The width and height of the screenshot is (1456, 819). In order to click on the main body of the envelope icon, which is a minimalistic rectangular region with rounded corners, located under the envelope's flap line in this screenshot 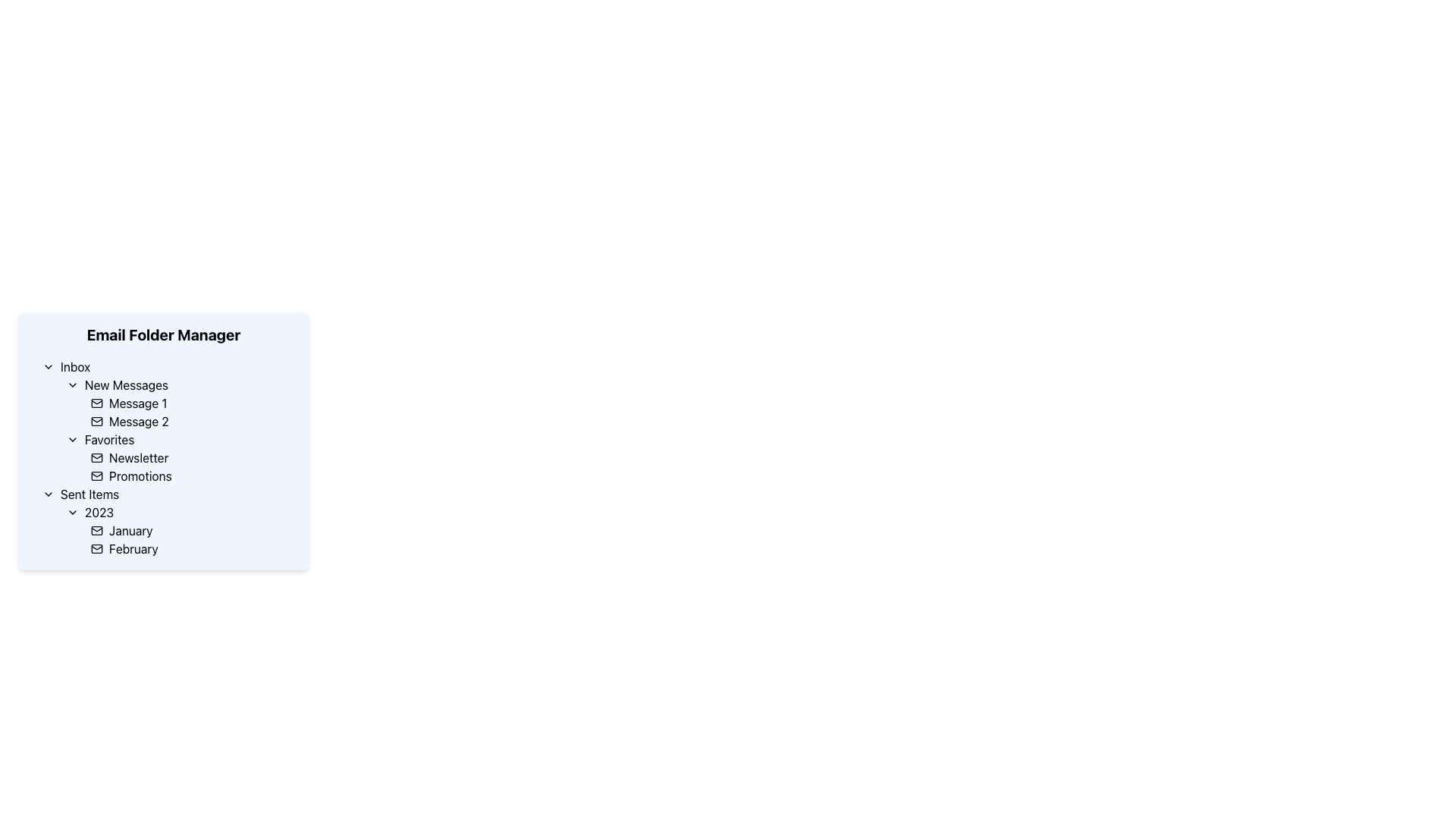, I will do `click(96, 403)`.